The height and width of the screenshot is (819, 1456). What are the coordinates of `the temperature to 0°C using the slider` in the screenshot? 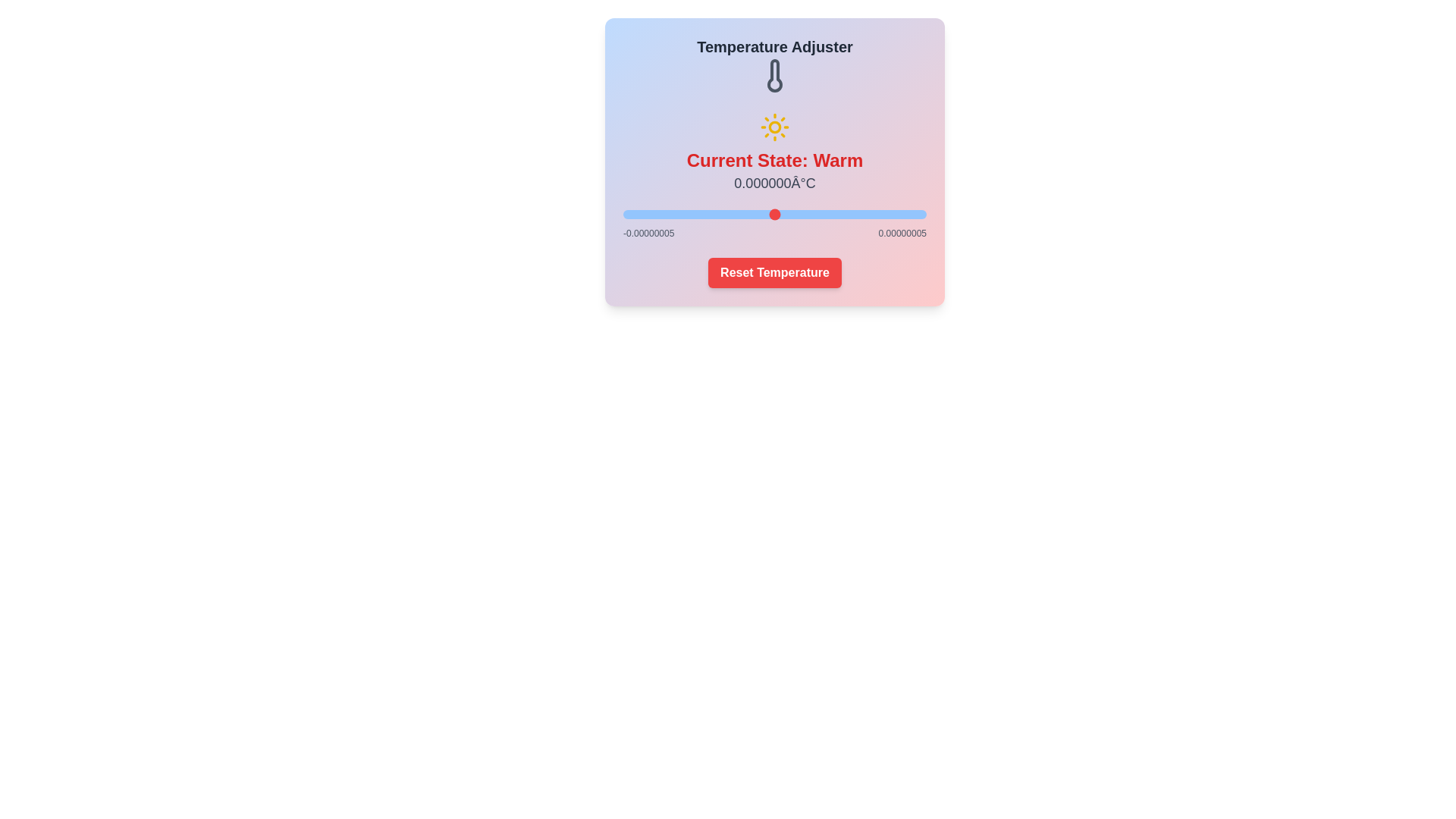 It's located at (775, 214).